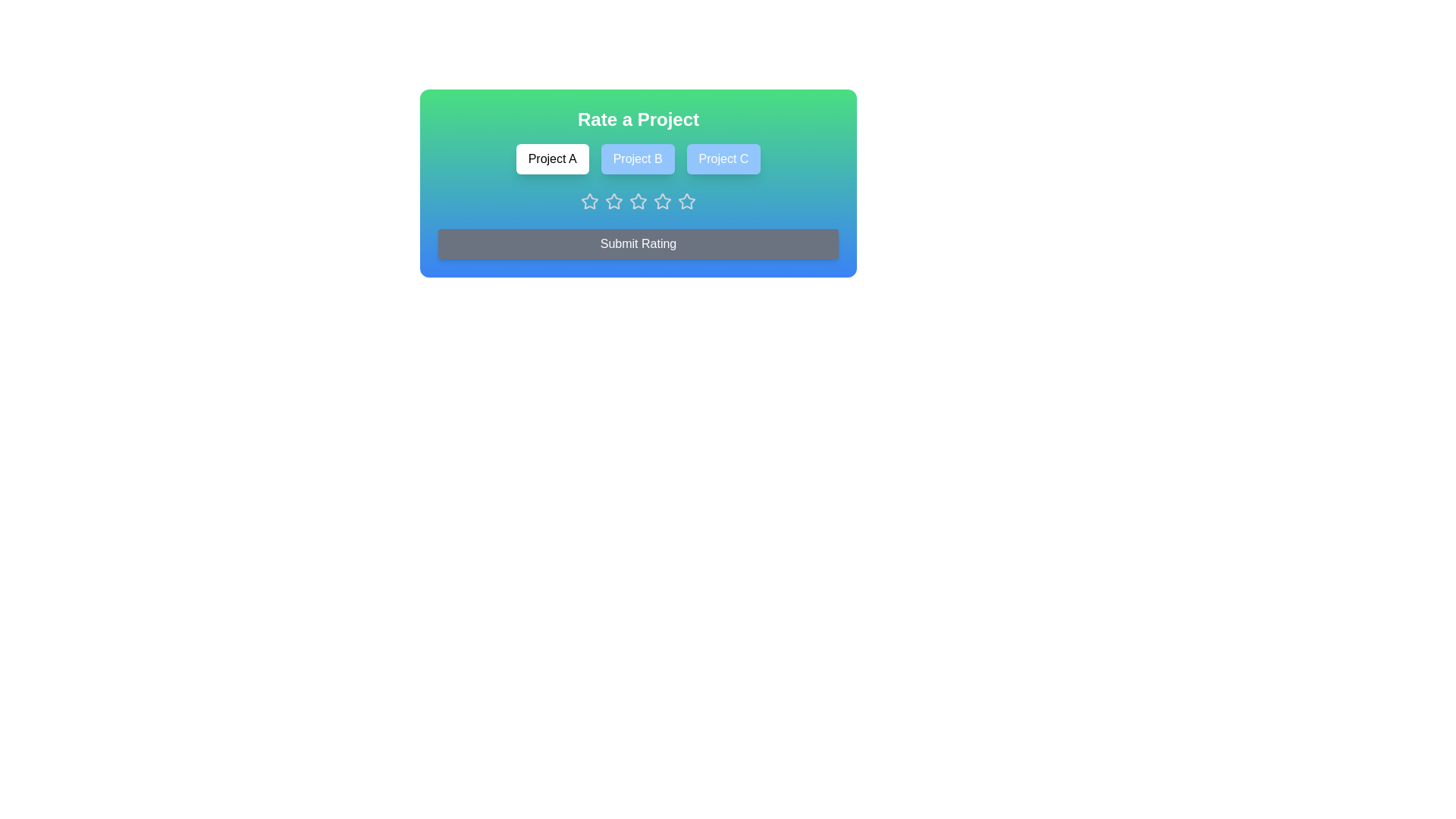 The height and width of the screenshot is (819, 1456). What do you see at coordinates (638, 158) in the screenshot?
I see `the project Project B from the list` at bounding box center [638, 158].